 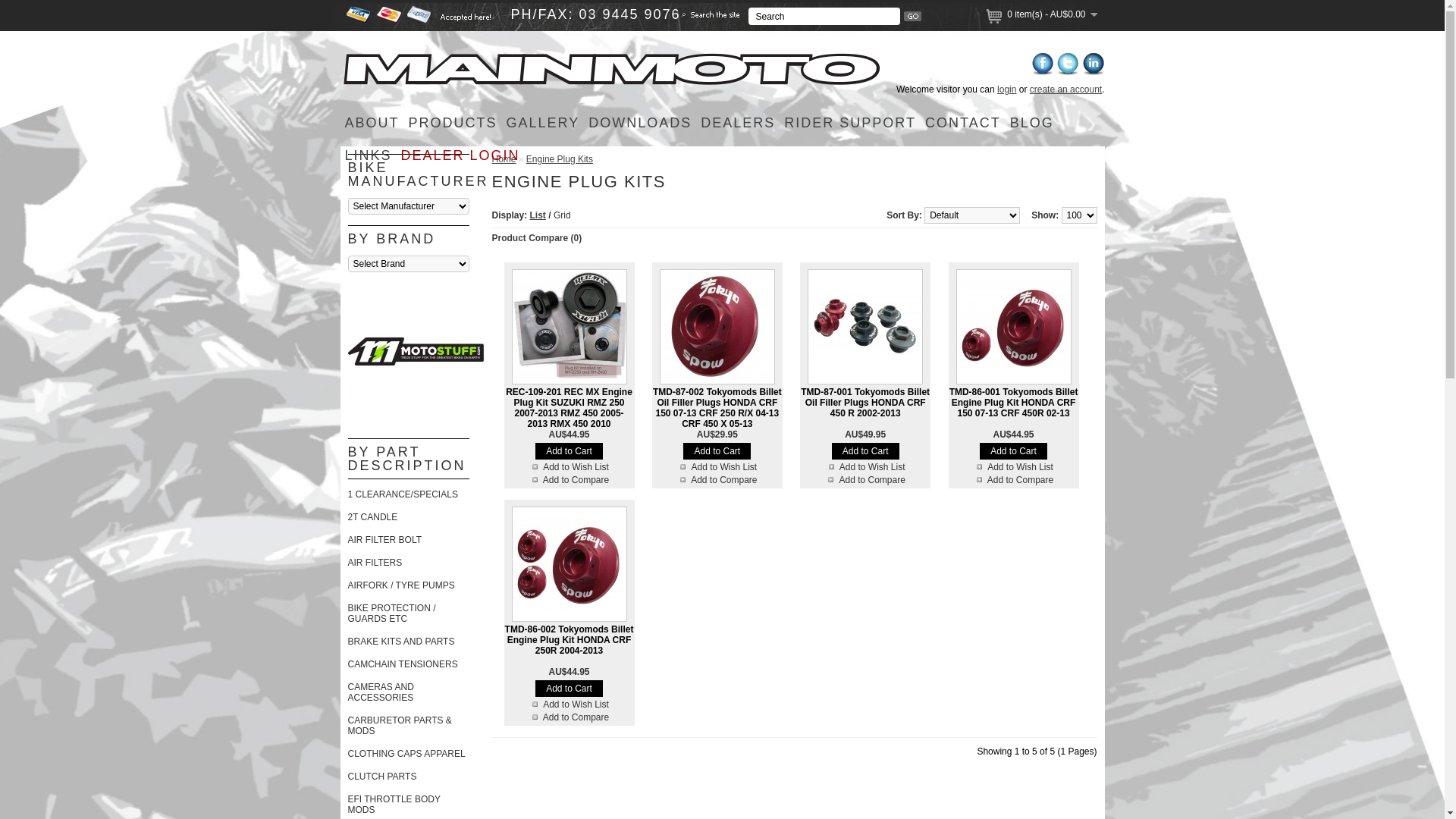 What do you see at coordinates (400, 641) in the screenshot?
I see `'BRAKE KITS AND PARTS'` at bounding box center [400, 641].